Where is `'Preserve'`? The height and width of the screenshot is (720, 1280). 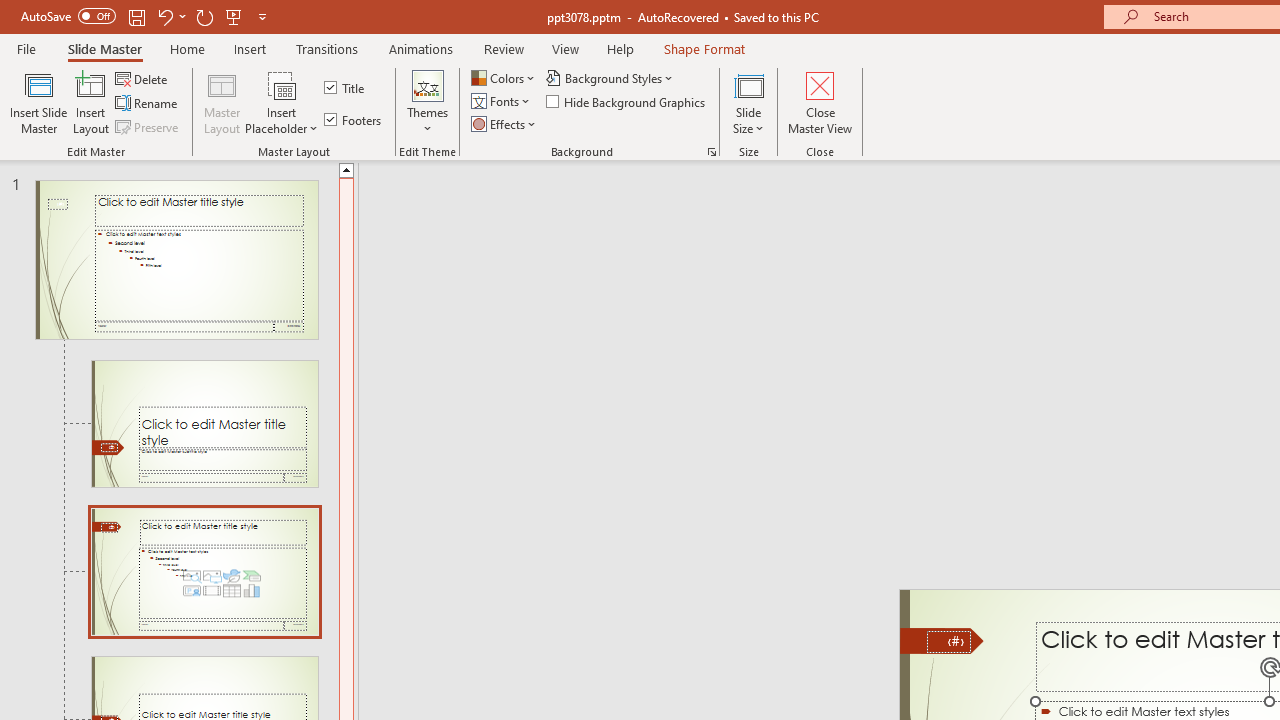
'Preserve' is located at coordinates (148, 127).